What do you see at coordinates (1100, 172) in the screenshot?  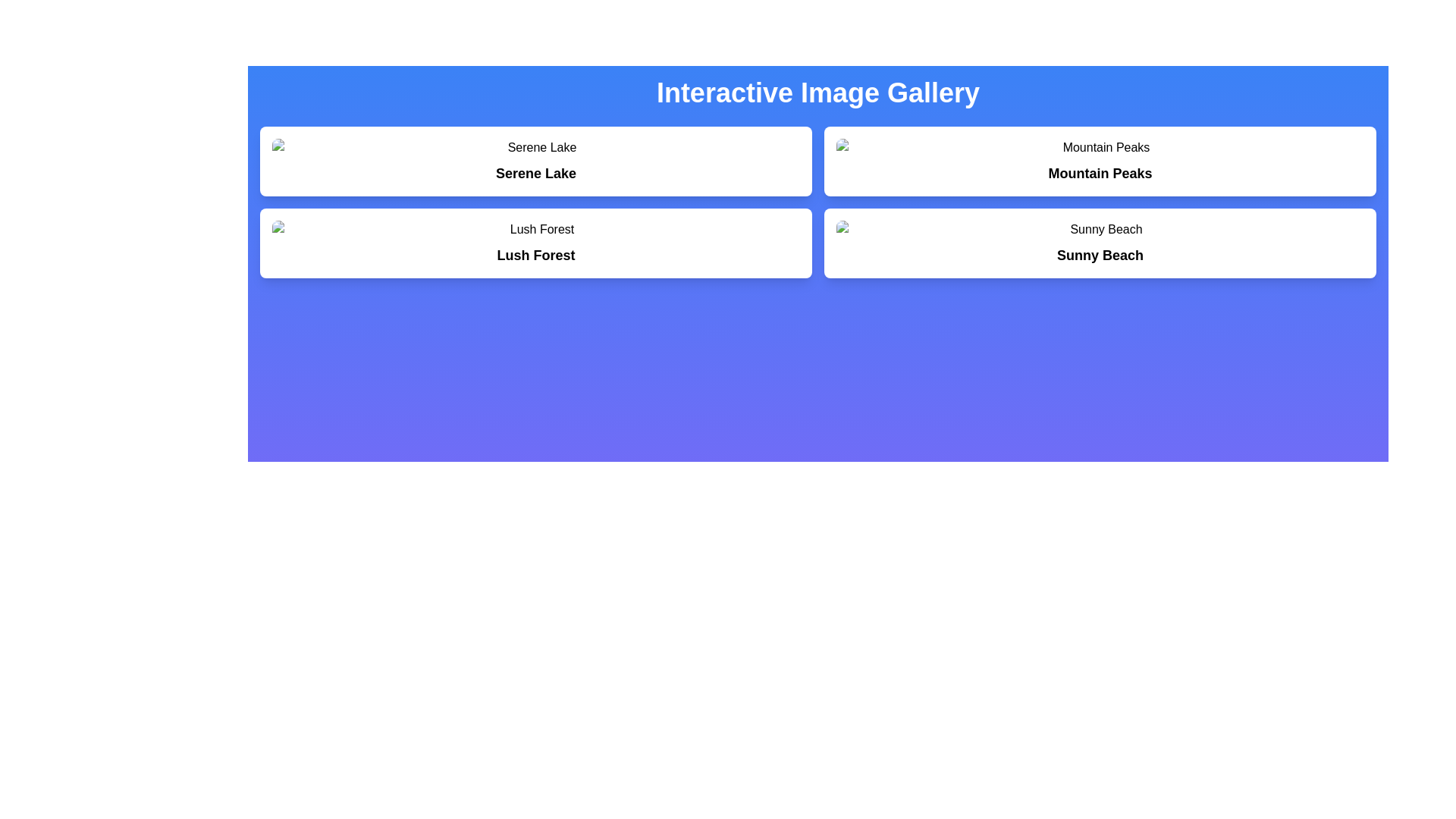 I see `the 'Mountain Peaks' text label located in the top-right section of the card component, situated below an image placeholder` at bounding box center [1100, 172].